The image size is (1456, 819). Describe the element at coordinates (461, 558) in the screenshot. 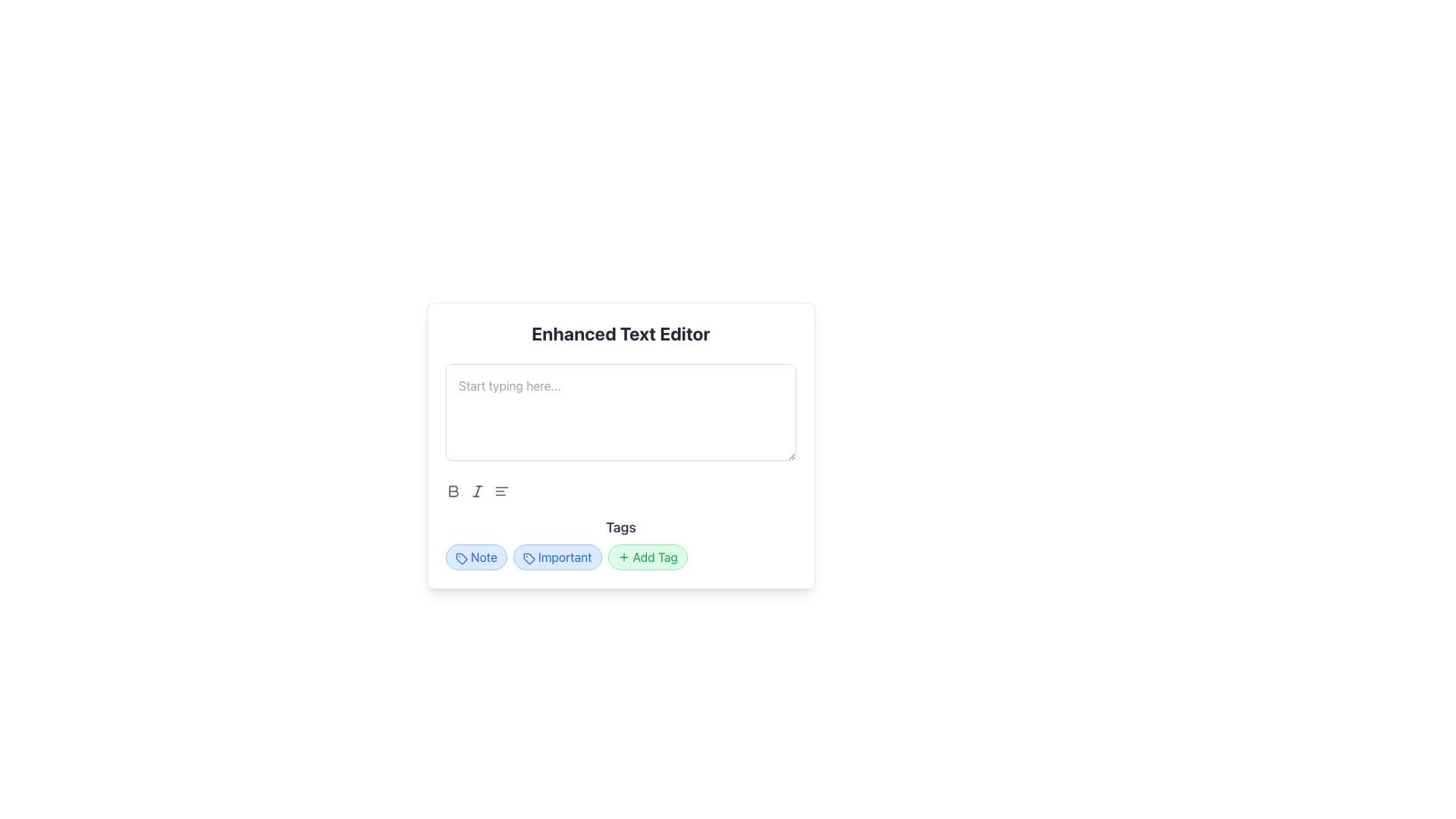

I see `the tag-shaped icon with a soft blue outline located in the 'Tags' section, positioned to the left of other tags like 'Important' and 'Add Tag'` at that location.